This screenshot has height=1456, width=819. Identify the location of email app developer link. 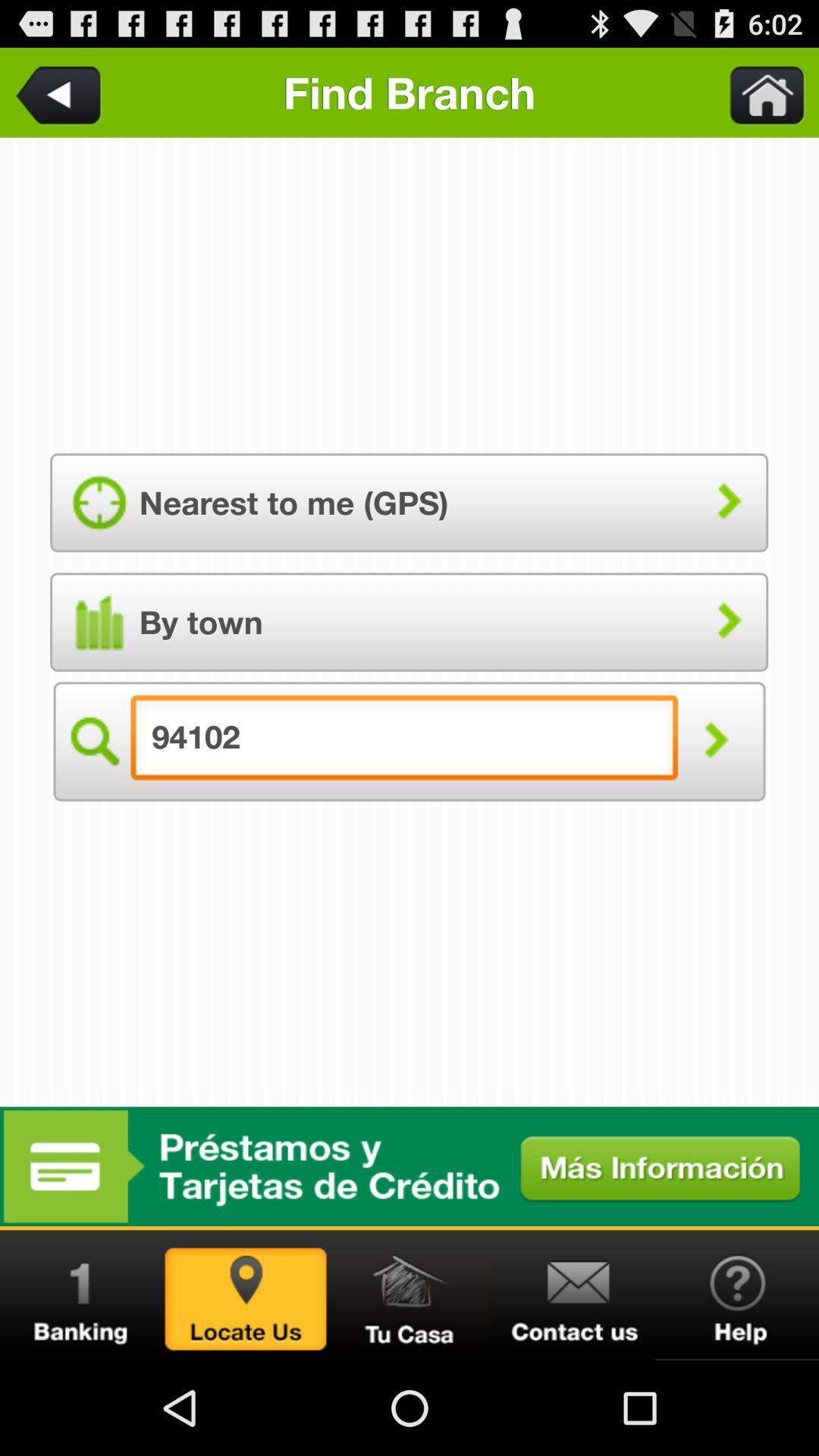
(573, 1294).